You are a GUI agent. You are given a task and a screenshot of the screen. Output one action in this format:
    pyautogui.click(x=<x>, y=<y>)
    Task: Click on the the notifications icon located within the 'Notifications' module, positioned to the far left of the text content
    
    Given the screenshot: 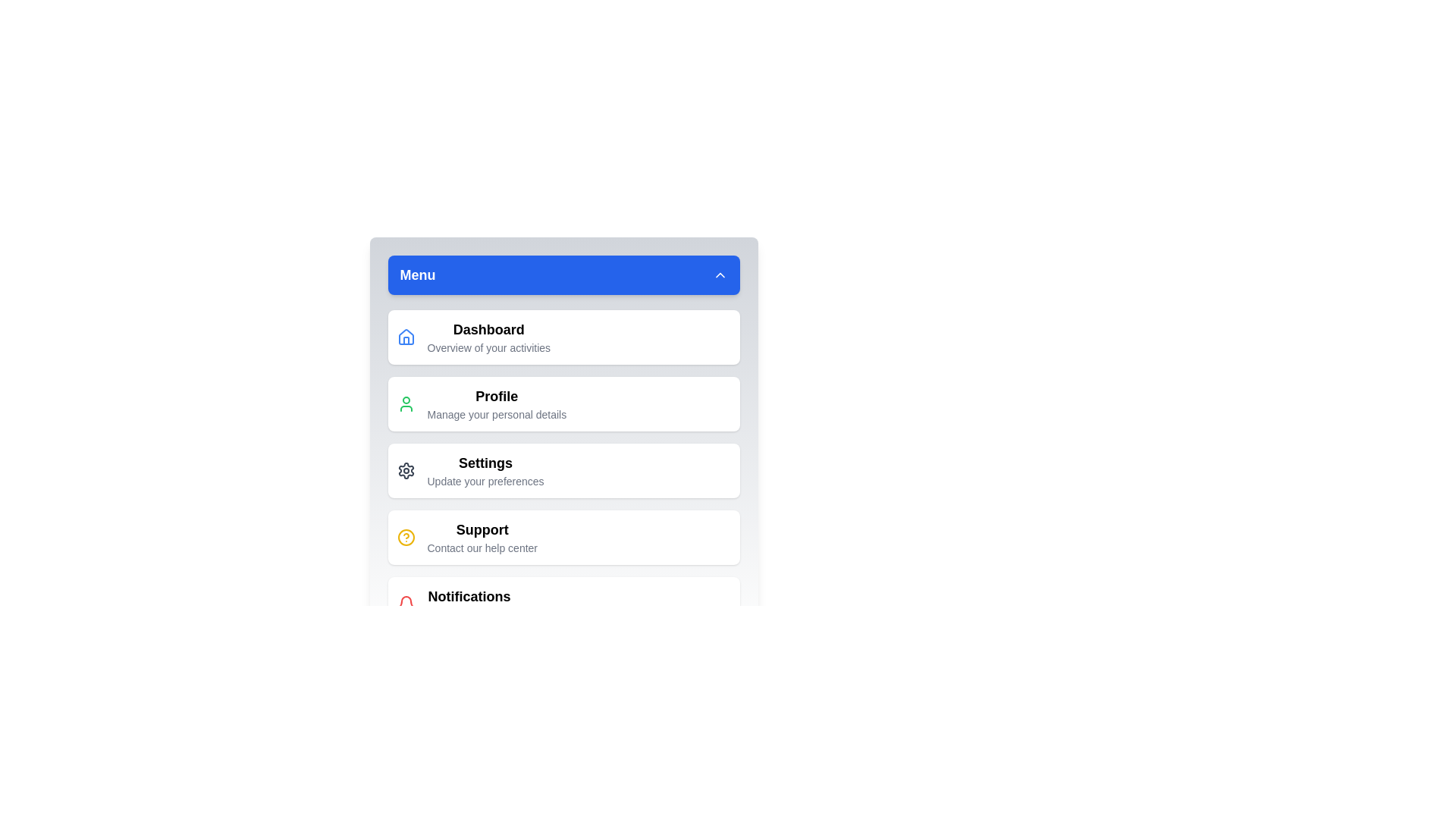 What is the action you would take?
    pyautogui.click(x=406, y=604)
    